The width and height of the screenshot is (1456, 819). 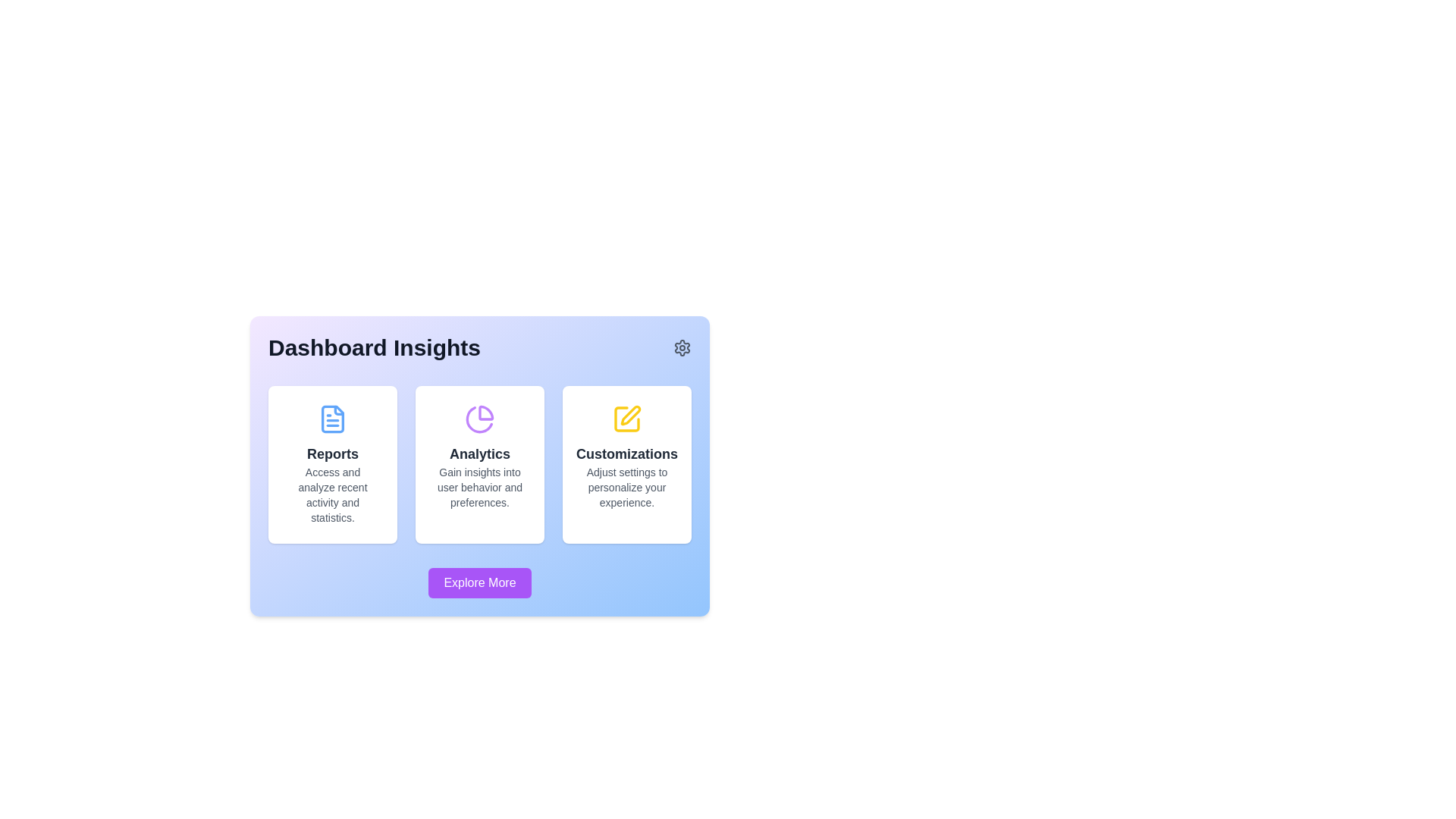 I want to click on the decorative illustration icon in the 'Reports' section, which is located in the top-left corner of the card, so click(x=331, y=419).